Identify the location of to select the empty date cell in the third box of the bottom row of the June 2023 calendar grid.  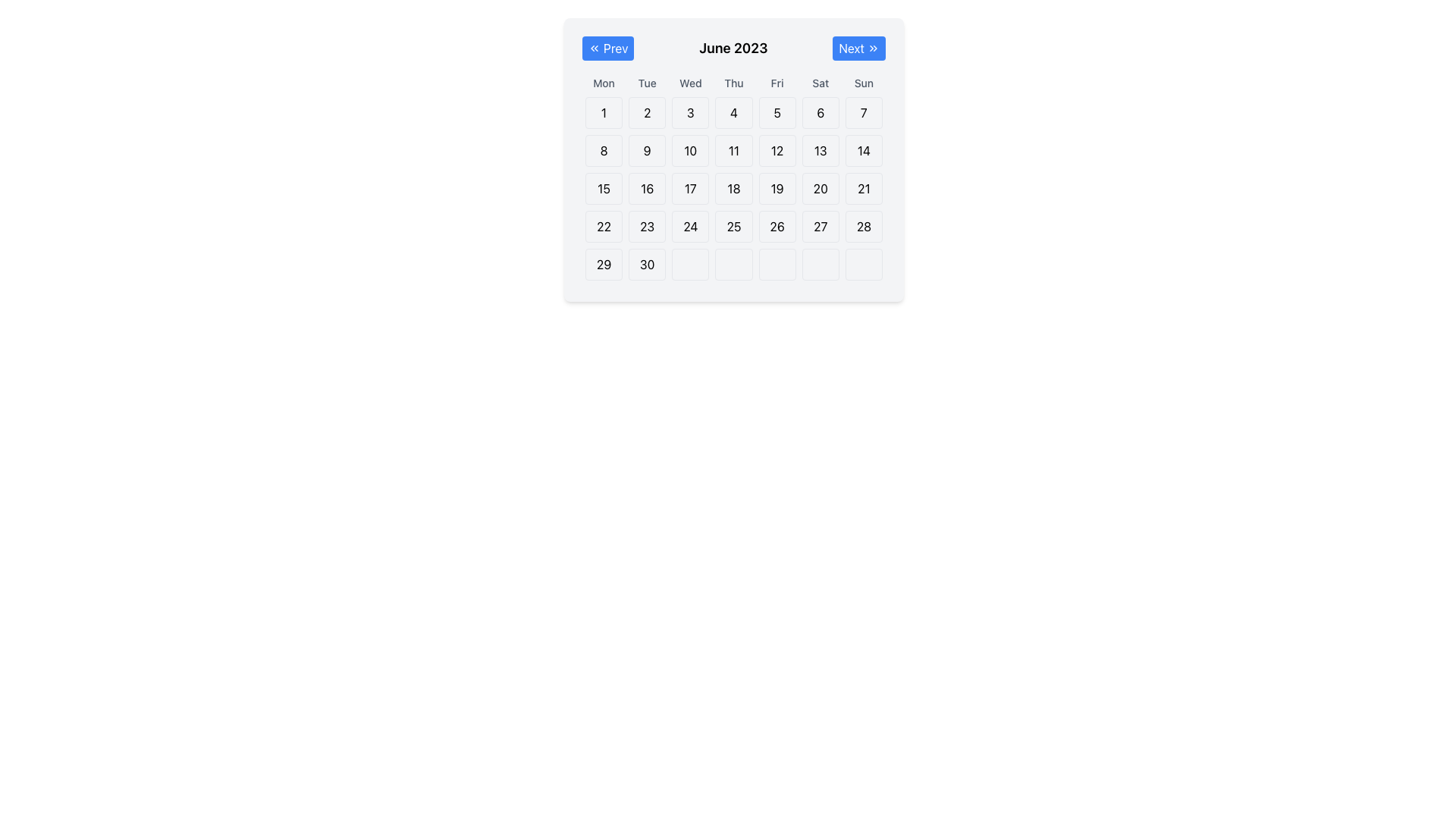
(689, 263).